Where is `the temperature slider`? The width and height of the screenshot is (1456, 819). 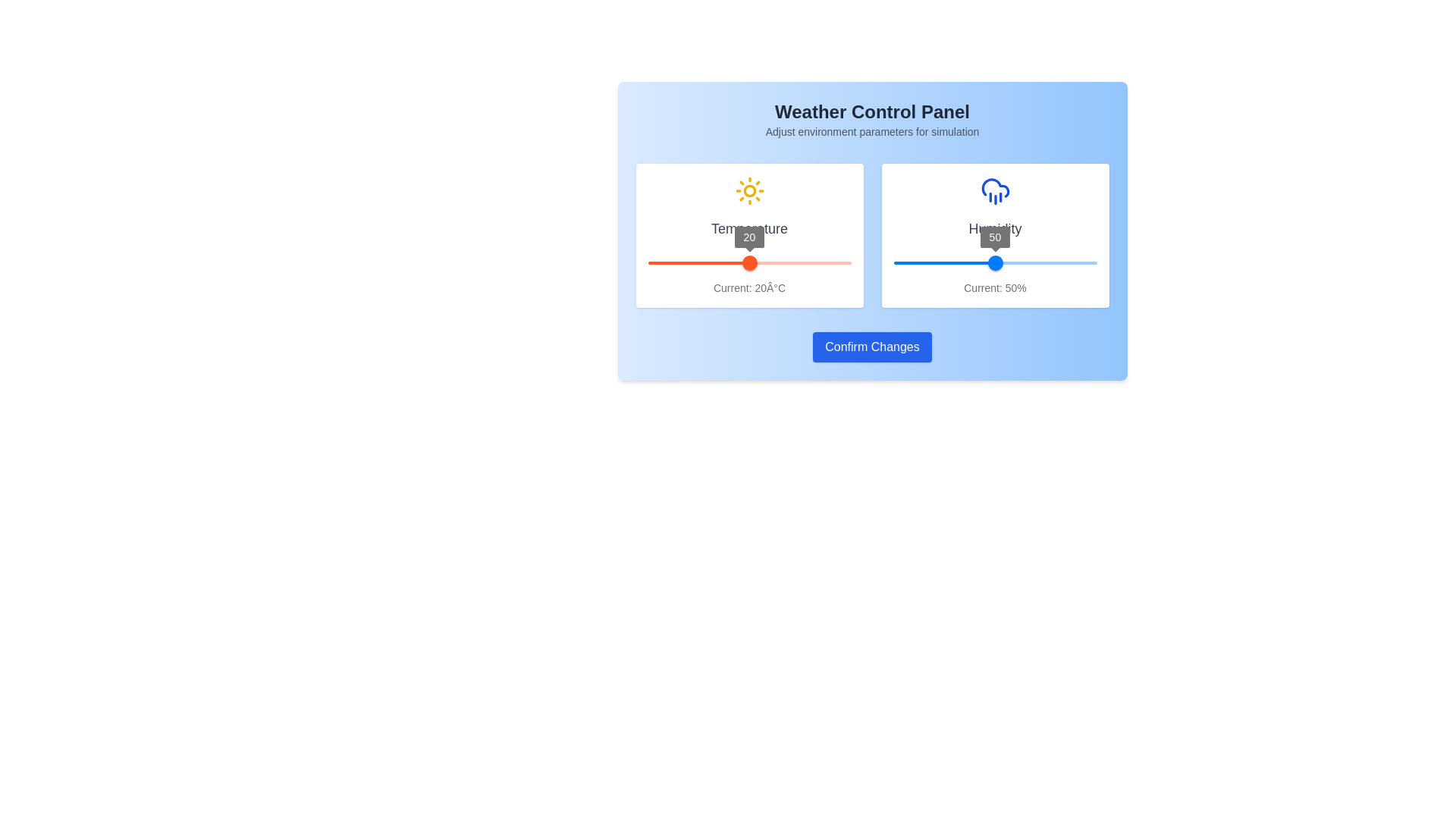
the temperature slider is located at coordinates (677, 262).